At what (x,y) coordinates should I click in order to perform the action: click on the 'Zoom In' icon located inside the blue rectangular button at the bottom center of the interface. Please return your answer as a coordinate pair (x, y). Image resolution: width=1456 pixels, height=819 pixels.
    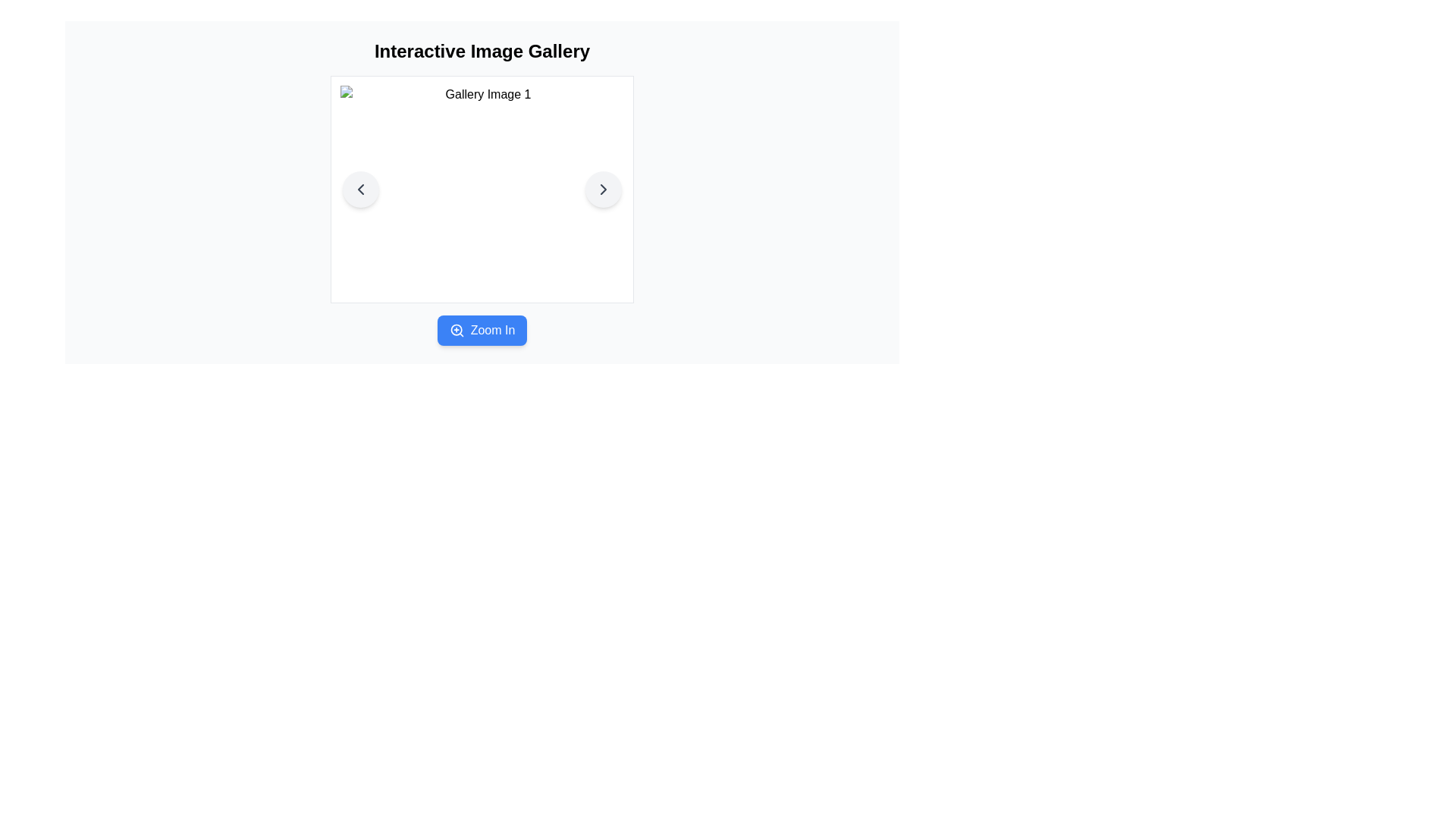
    Looking at the image, I should click on (456, 329).